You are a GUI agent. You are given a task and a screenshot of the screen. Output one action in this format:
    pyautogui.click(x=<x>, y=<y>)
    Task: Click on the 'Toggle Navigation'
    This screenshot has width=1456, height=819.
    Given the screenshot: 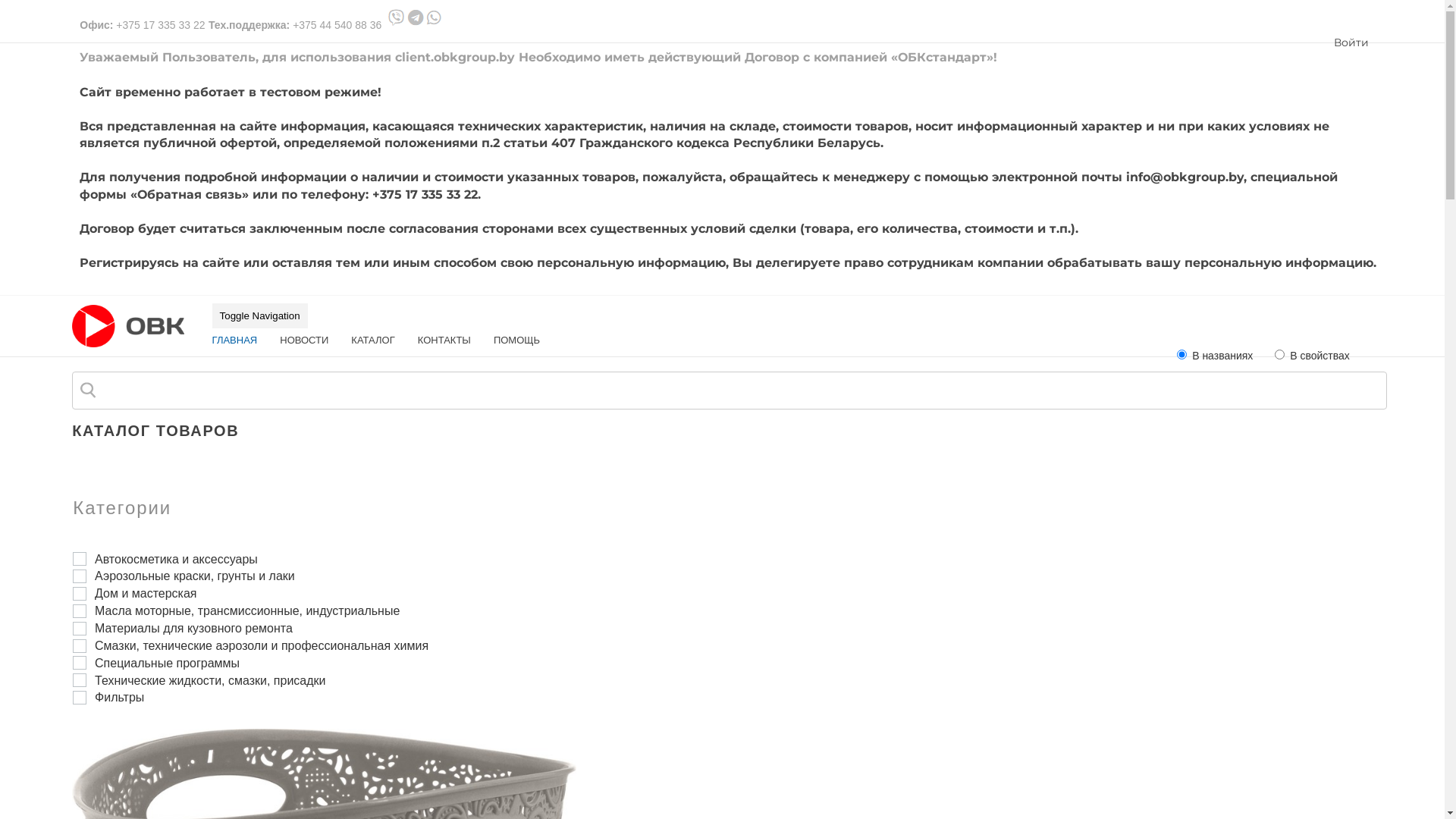 What is the action you would take?
    pyautogui.click(x=211, y=315)
    